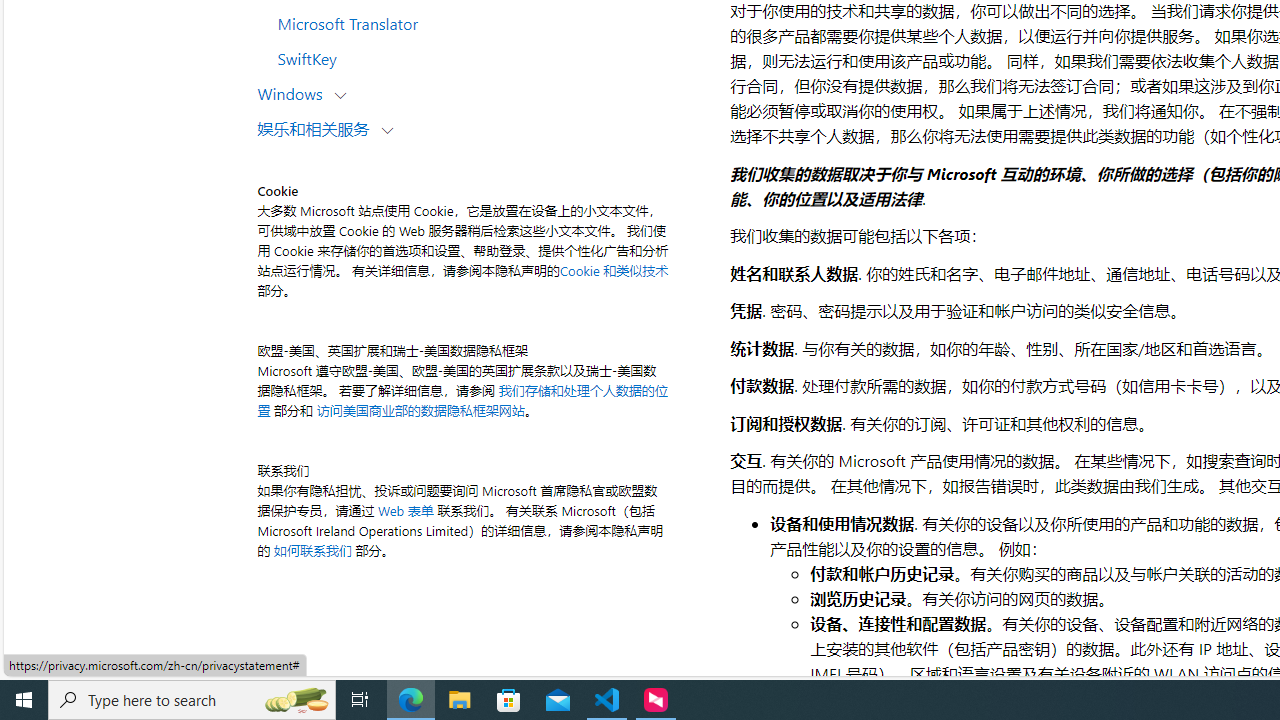 The height and width of the screenshot is (720, 1280). I want to click on 'Windows', so click(294, 92).